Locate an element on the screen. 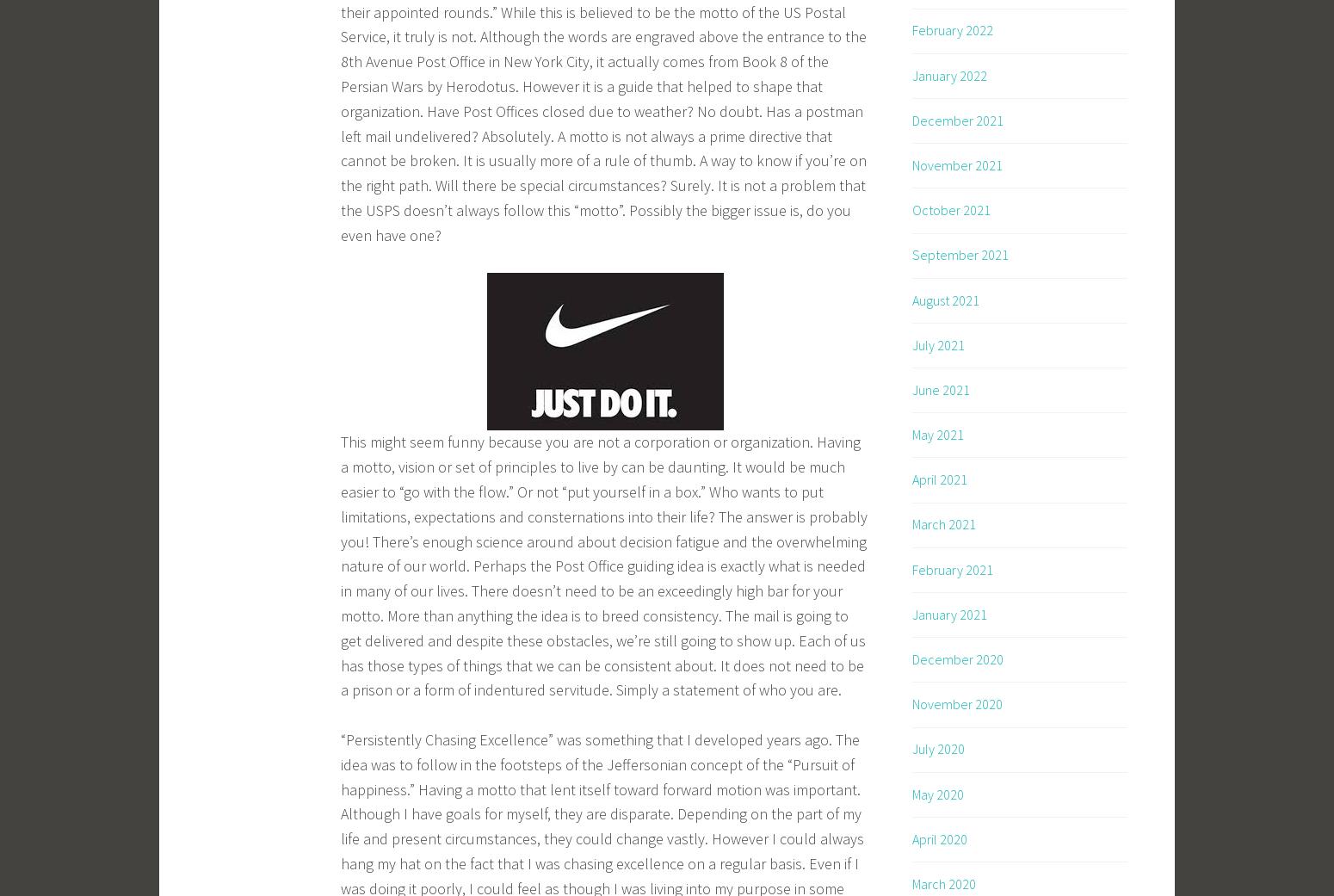 The height and width of the screenshot is (896, 1334). 'May 2021' is located at coordinates (936, 433).